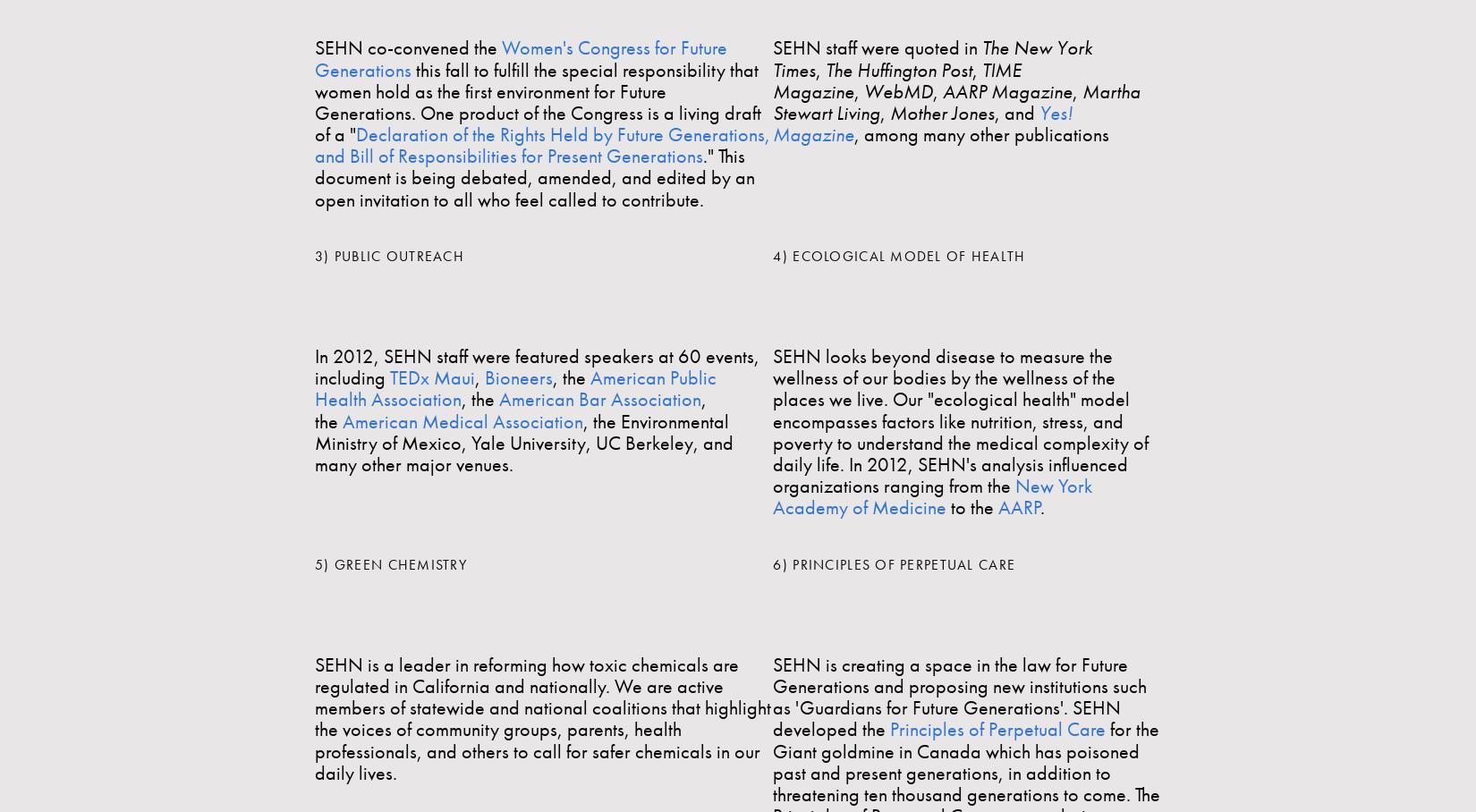  I want to click on 'SEHN co-convened the', so click(314, 47).